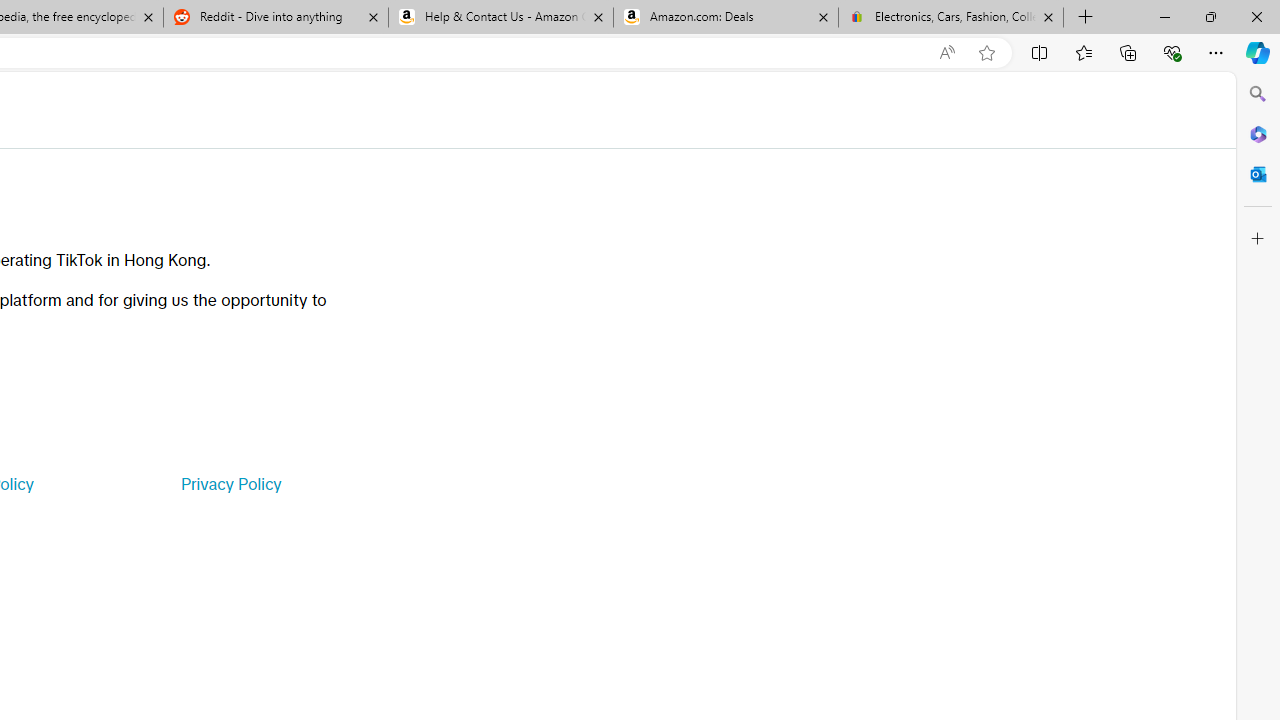  What do you see at coordinates (950, 17) in the screenshot?
I see `'Electronics, Cars, Fashion, Collectibles & More | eBay'` at bounding box center [950, 17].